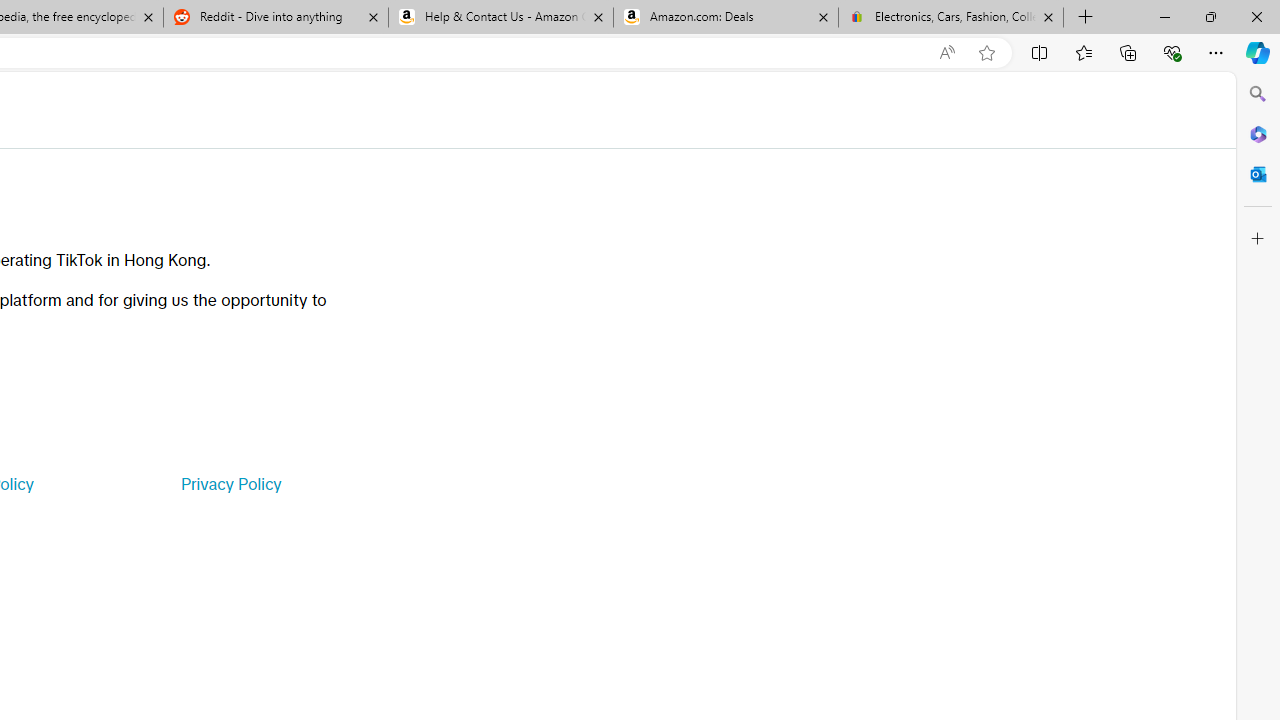  What do you see at coordinates (950, 17) in the screenshot?
I see `'Electronics, Cars, Fashion, Collectibles & More | eBay'` at bounding box center [950, 17].